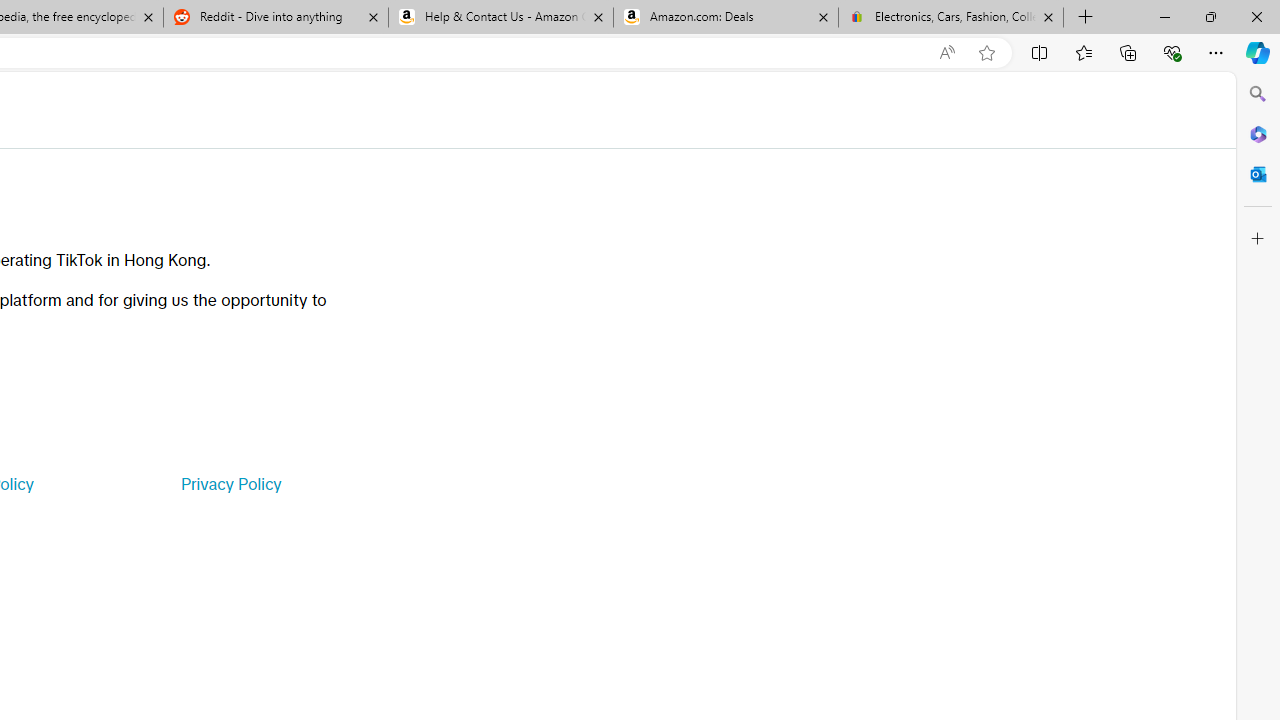  What do you see at coordinates (950, 17) in the screenshot?
I see `'Electronics, Cars, Fashion, Collectibles & More | eBay'` at bounding box center [950, 17].